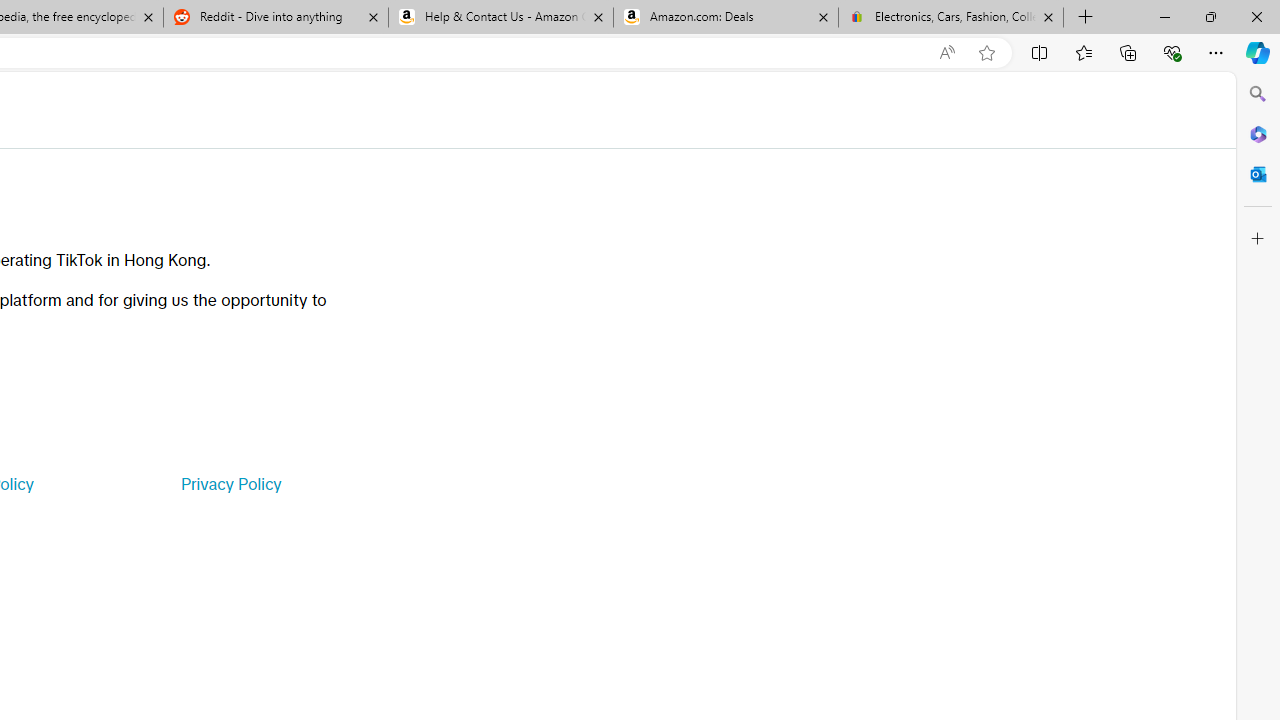  What do you see at coordinates (950, 17) in the screenshot?
I see `'Electronics, Cars, Fashion, Collectibles & More | eBay'` at bounding box center [950, 17].